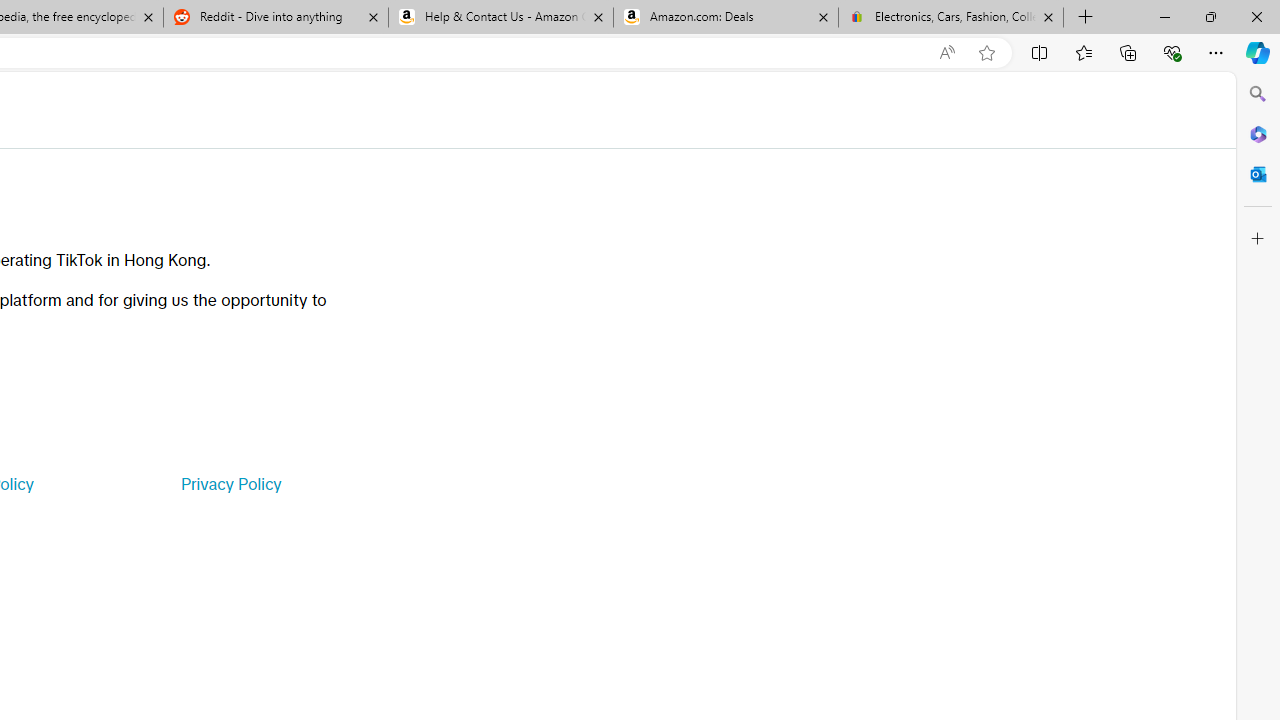  What do you see at coordinates (950, 17) in the screenshot?
I see `'Electronics, Cars, Fashion, Collectibles & More | eBay'` at bounding box center [950, 17].